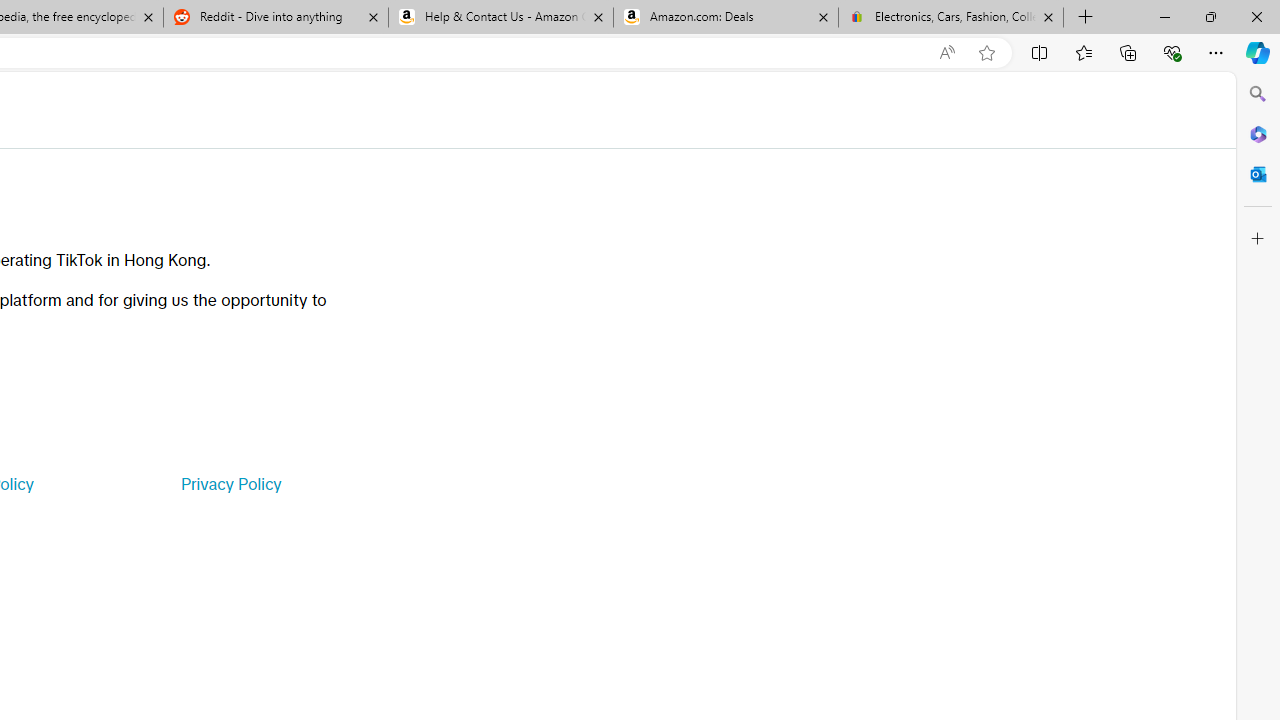  What do you see at coordinates (950, 17) in the screenshot?
I see `'Electronics, Cars, Fashion, Collectibles & More | eBay'` at bounding box center [950, 17].